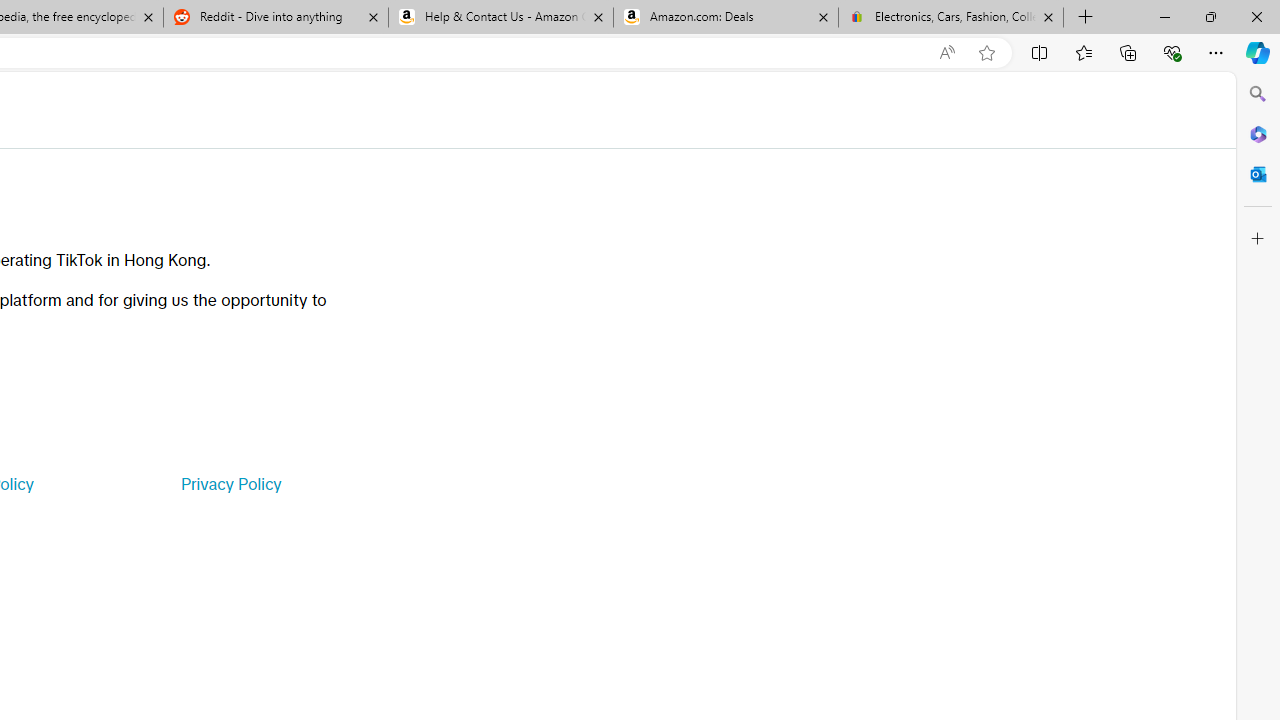  What do you see at coordinates (950, 17) in the screenshot?
I see `'Electronics, Cars, Fashion, Collectibles & More | eBay'` at bounding box center [950, 17].